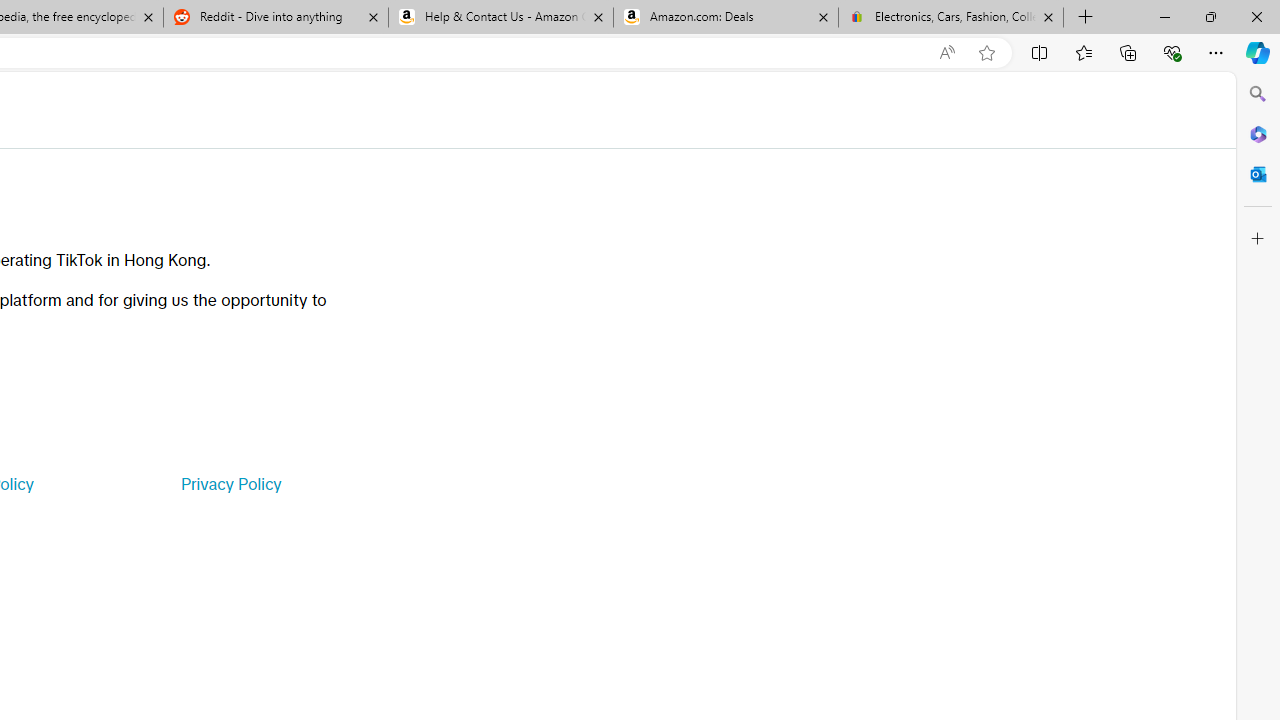  What do you see at coordinates (950, 17) in the screenshot?
I see `'Electronics, Cars, Fashion, Collectibles & More | eBay'` at bounding box center [950, 17].